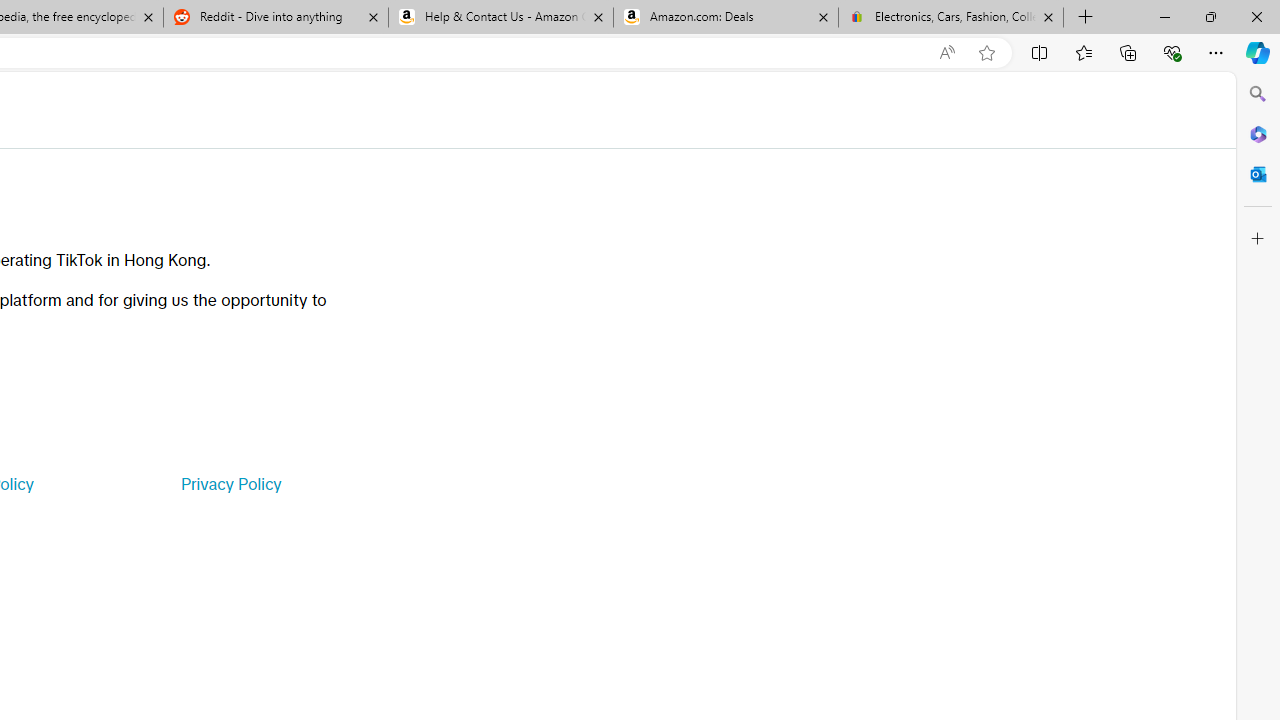  What do you see at coordinates (950, 17) in the screenshot?
I see `'Electronics, Cars, Fashion, Collectibles & More | eBay'` at bounding box center [950, 17].